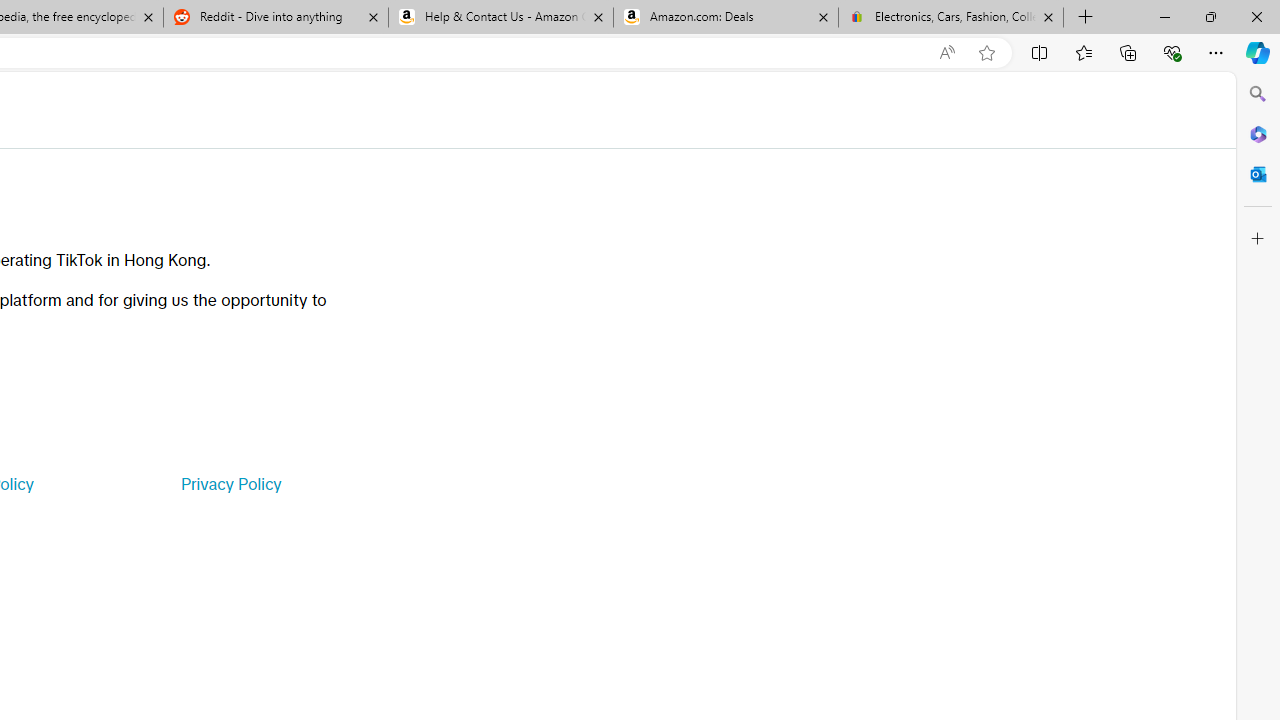  What do you see at coordinates (950, 17) in the screenshot?
I see `'Electronics, Cars, Fashion, Collectibles & More | eBay'` at bounding box center [950, 17].